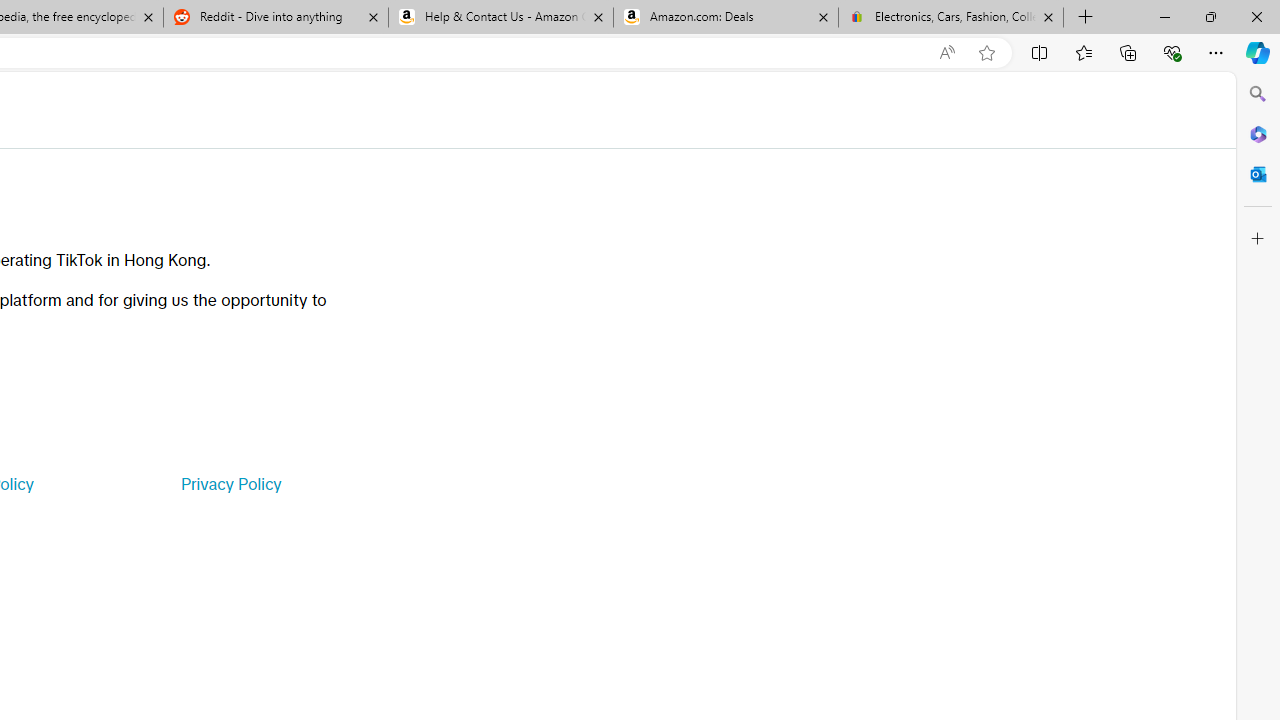  What do you see at coordinates (950, 17) in the screenshot?
I see `'Electronics, Cars, Fashion, Collectibles & More | eBay'` at bounding box center [950, 17].